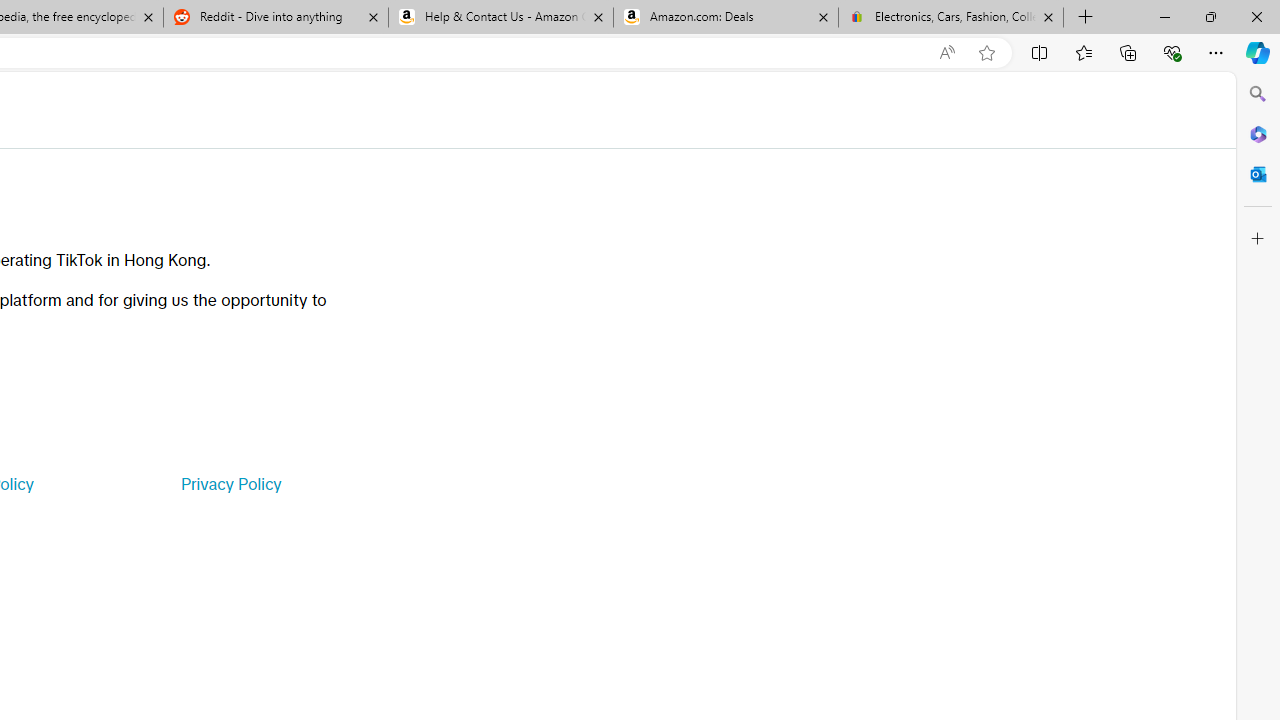  What do you see at coordinates (950, 17) in the screenshot?
I see `'Electronics, Cars, Fashion, Collectibles & More | eBay'` at bounding box center [950, 17].